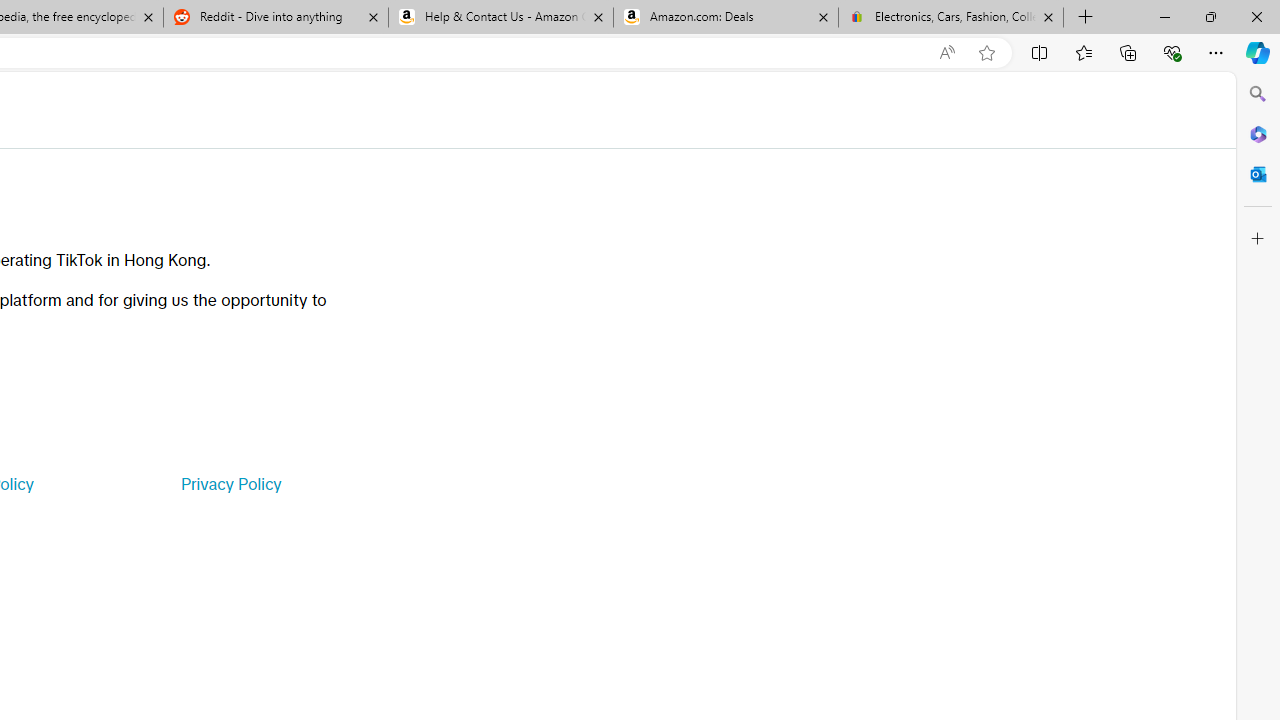  What do you see at coordinates (950, 17) in the screenshot?
I see `'Electronics, Cars, Fashion, Collectibles & More | eBay'` at bounding box center [950, 17].